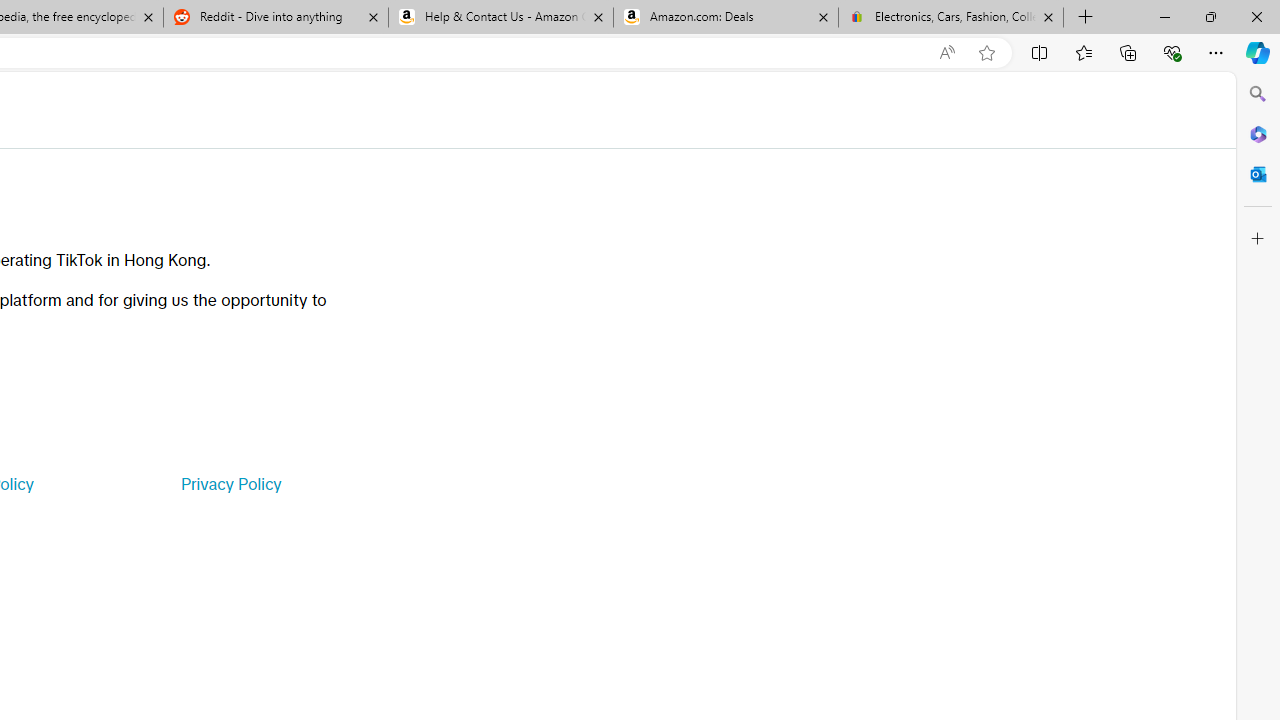  What do you see at coordinates (950, 17) in the screenshot?
I see `'Electronics, Cars, Fashion, Collectibles & More | eBay'` at bounding box center [950, 17].